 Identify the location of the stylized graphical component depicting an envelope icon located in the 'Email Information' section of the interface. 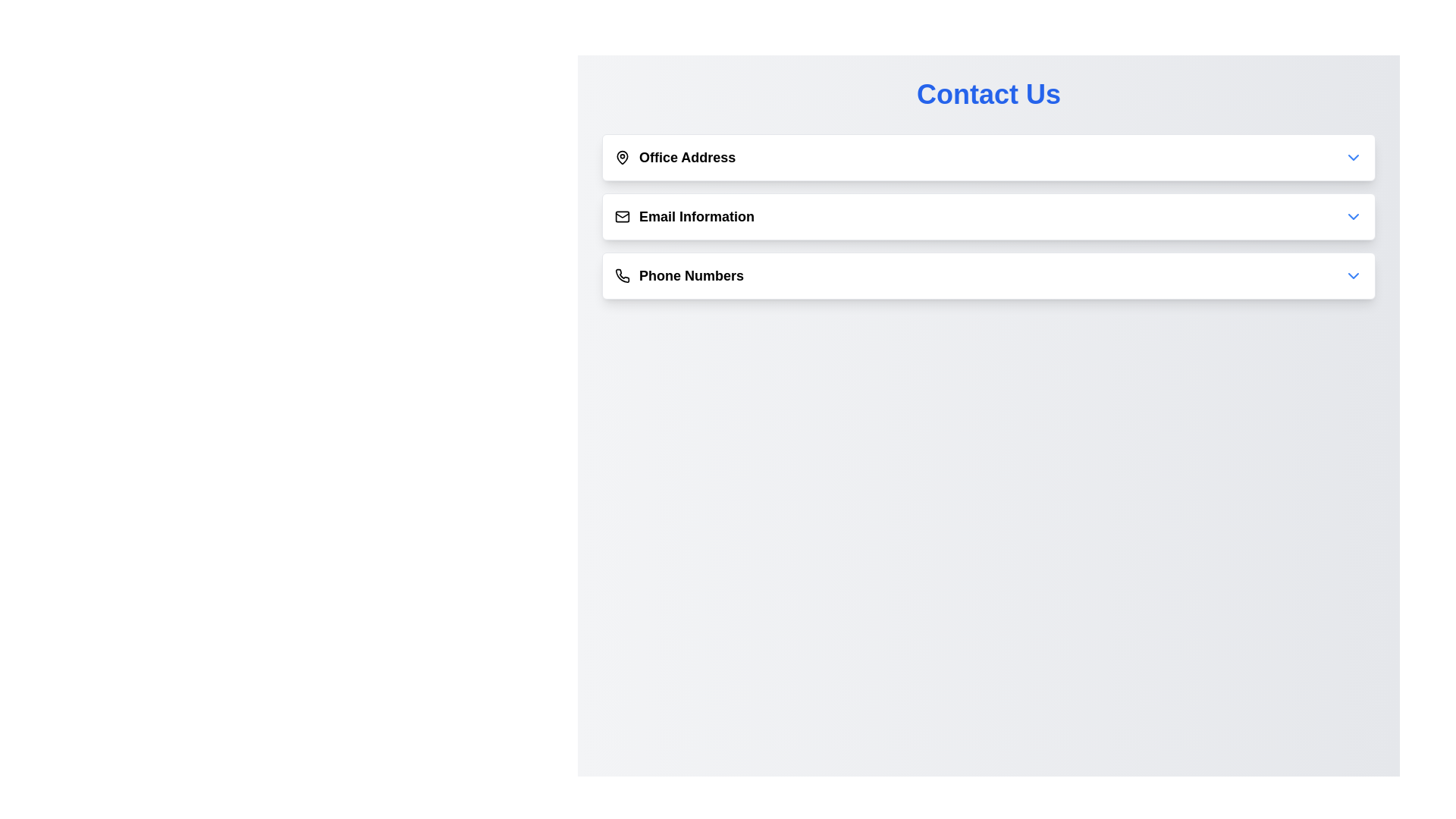
(622, 215).